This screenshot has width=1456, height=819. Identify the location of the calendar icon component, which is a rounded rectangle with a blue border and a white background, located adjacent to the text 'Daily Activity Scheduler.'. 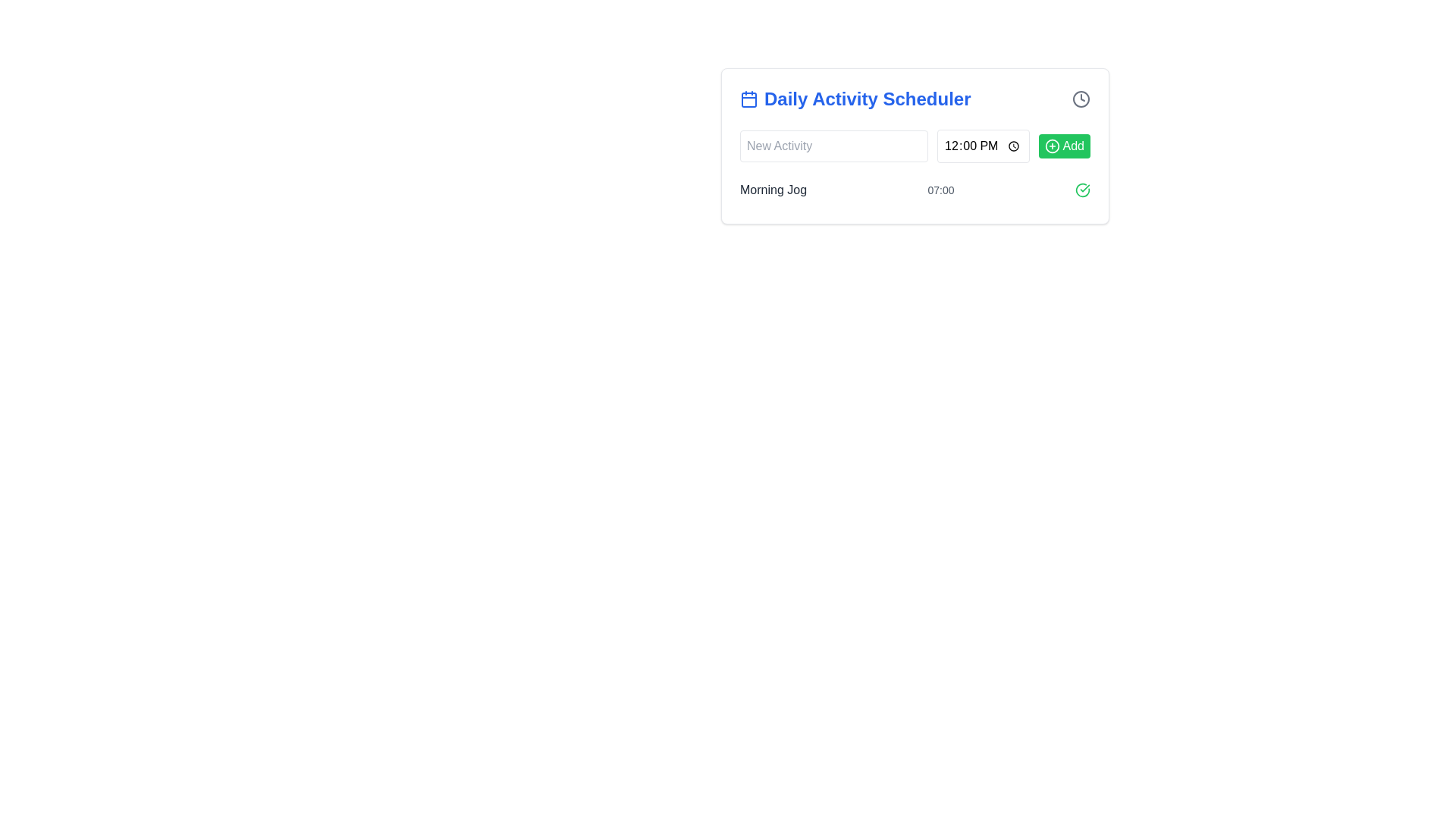
(749, 99).